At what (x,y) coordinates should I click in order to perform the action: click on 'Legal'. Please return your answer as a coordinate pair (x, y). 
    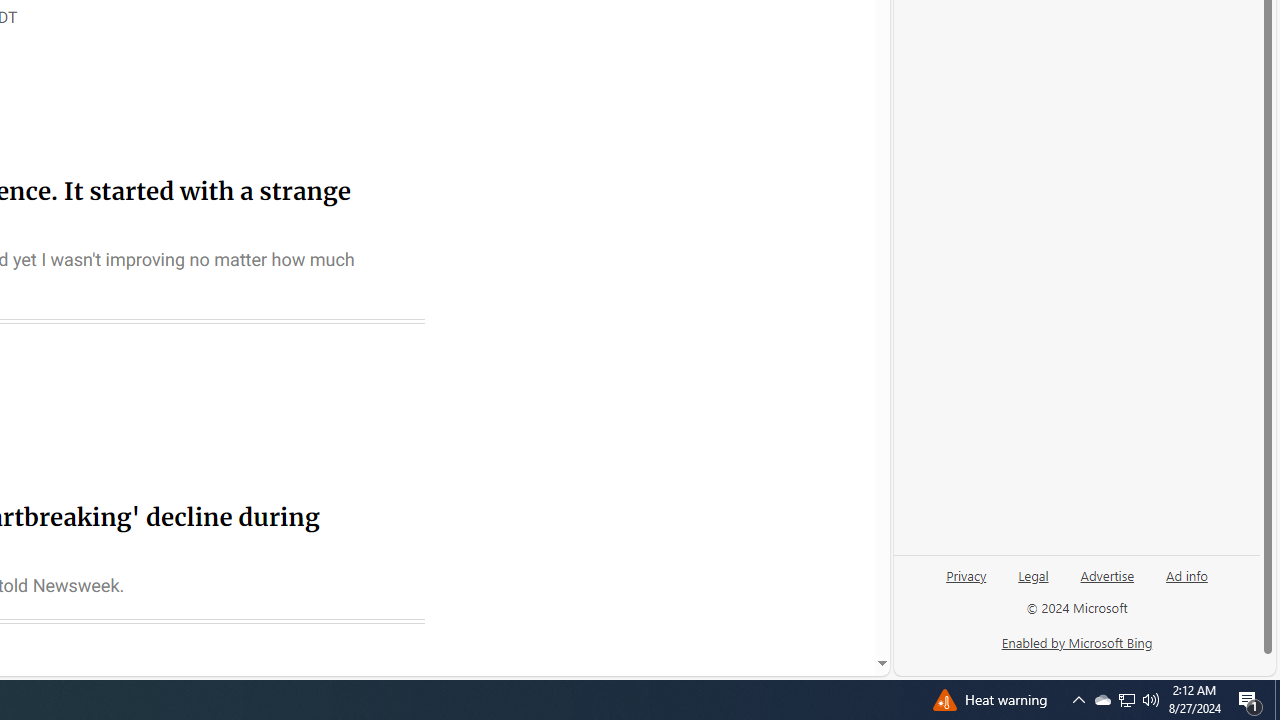
    Looking at the image, I should click on (1033, 583).